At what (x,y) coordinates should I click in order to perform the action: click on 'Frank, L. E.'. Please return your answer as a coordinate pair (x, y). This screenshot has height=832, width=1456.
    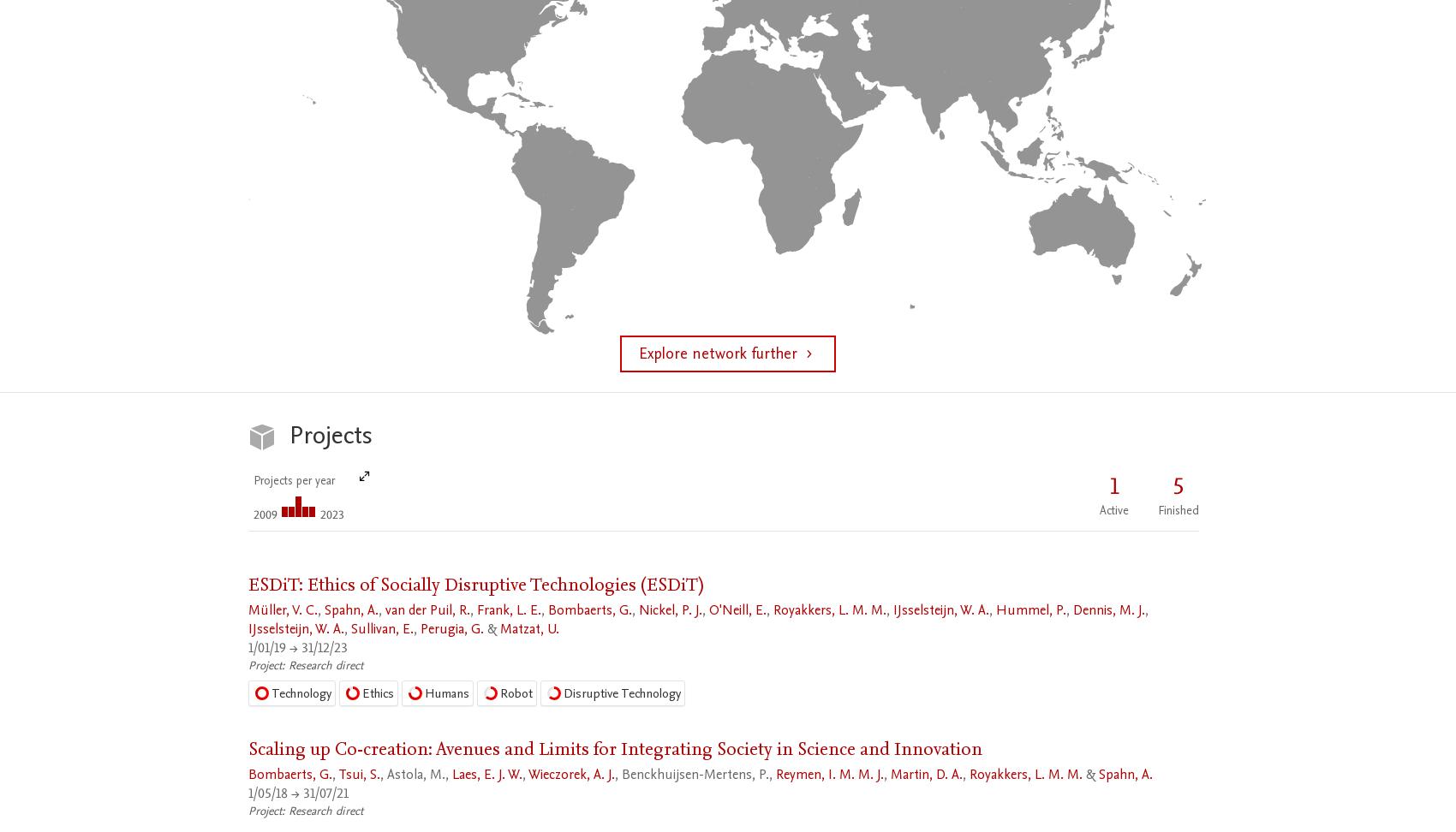
    Looking at the image, I should click on (508, 609).